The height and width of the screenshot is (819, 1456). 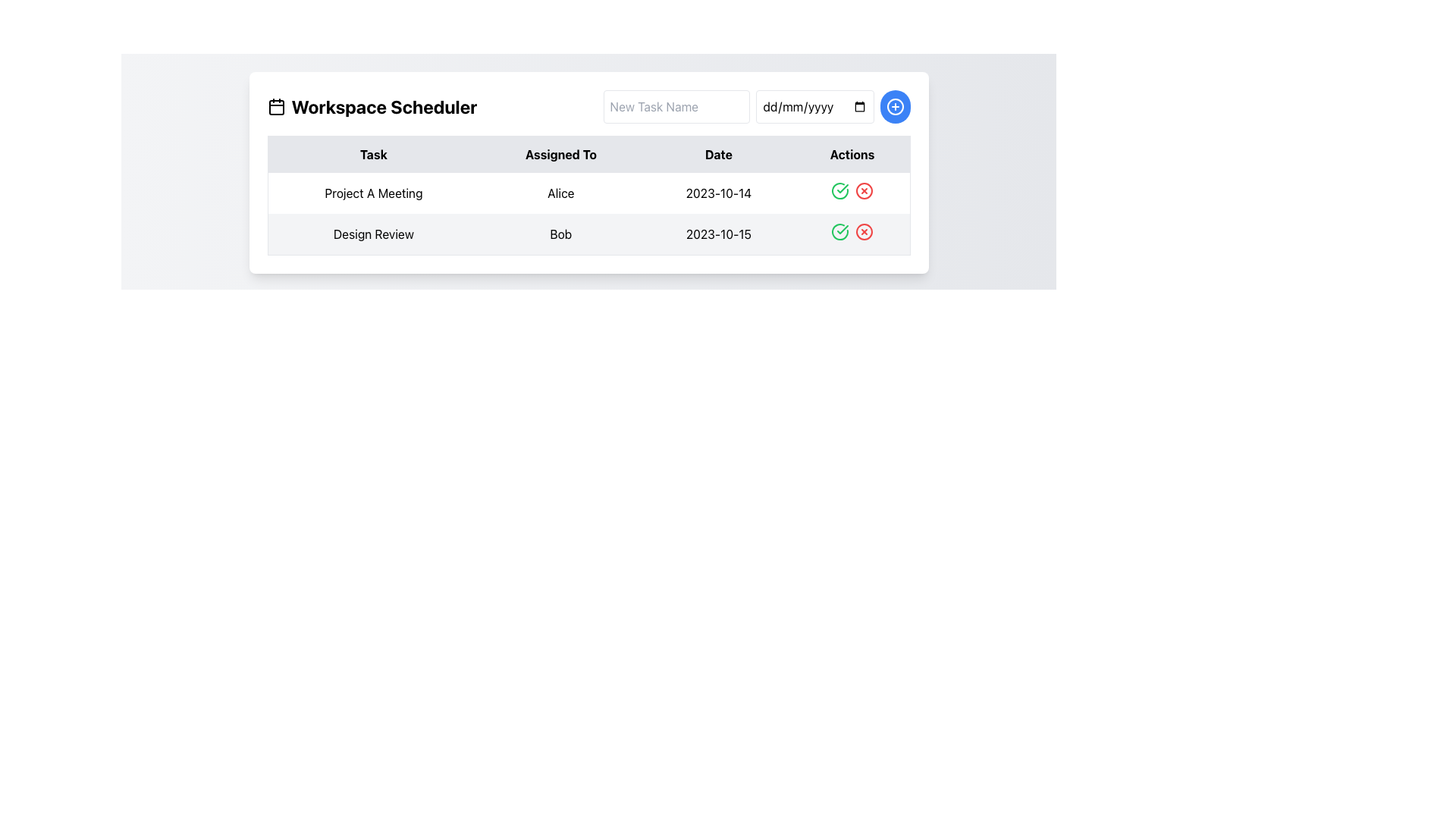 What do you see at coordinates (676, 106) in the screenshot?
I see `the text input field labeled 'New Task Name'` at bounding box center [676, 106].